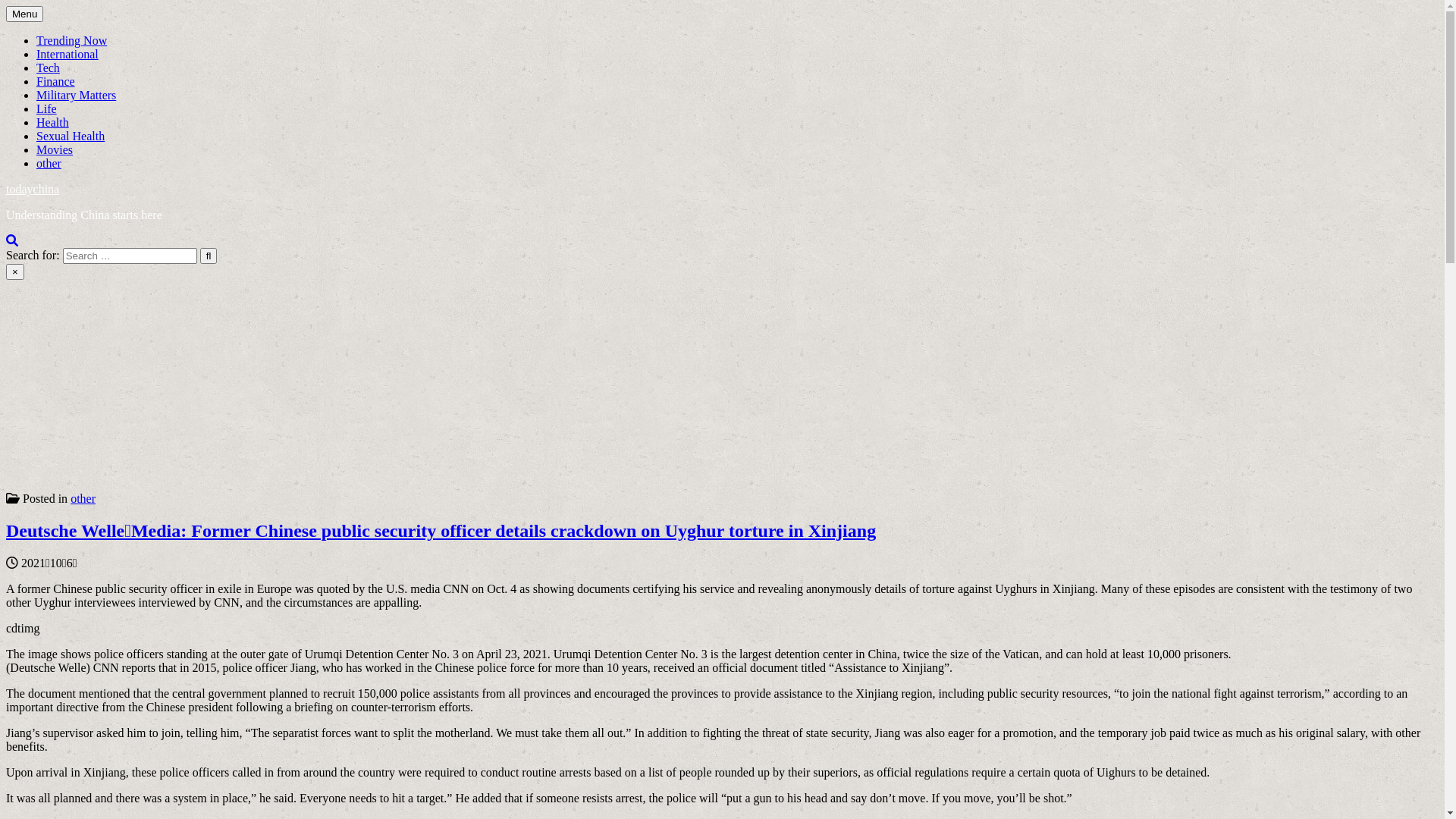  Describe the element at coordinates (460, 385) in the screenshot. I see `'Advertisement'` at that location.